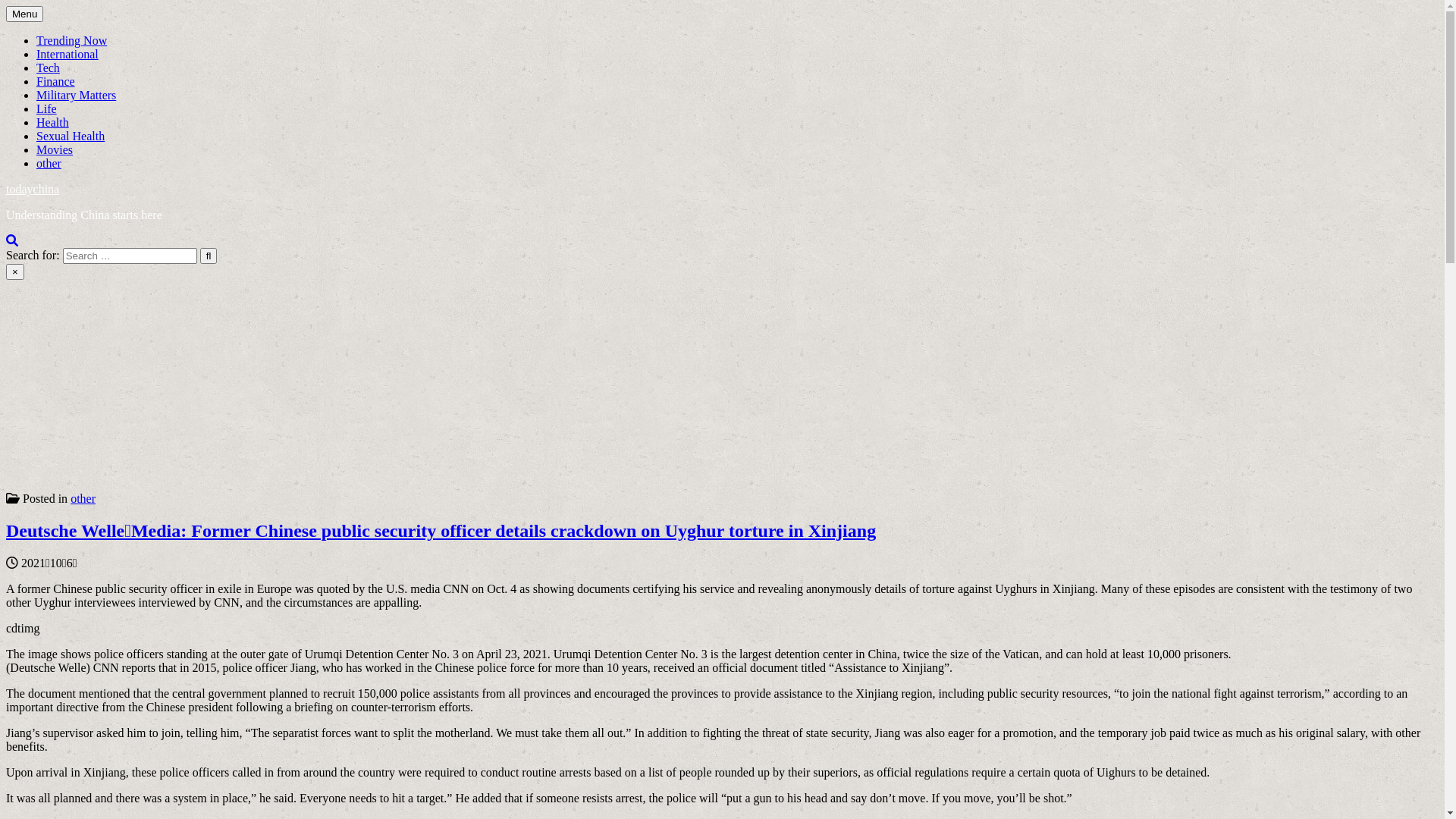  Describe the element at coordinates (460, 385) in the screenshot. I see `'Advertisement'` at that location.